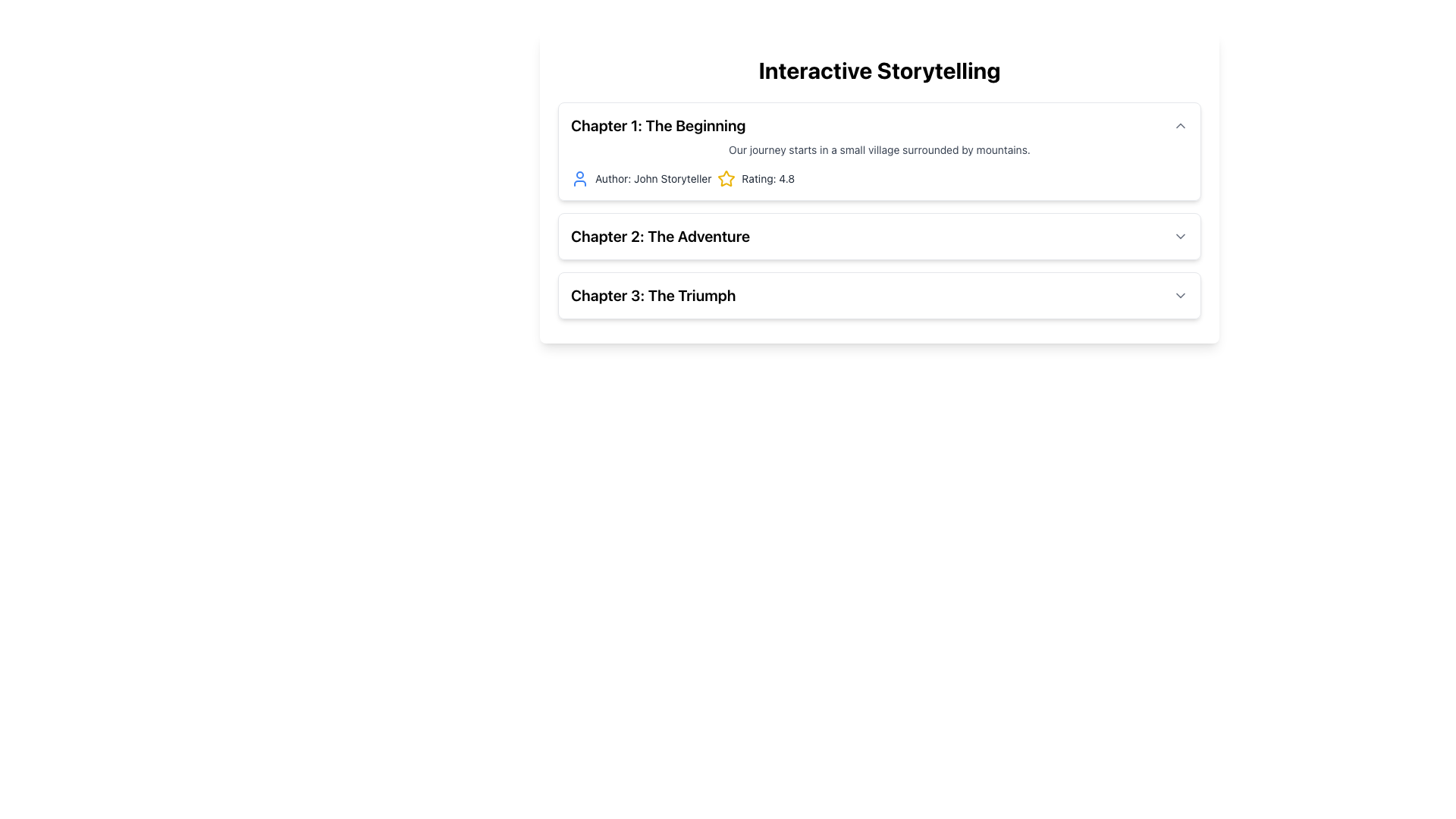  What do you see at coordinates (1179, 295) in the screenshot?
I see `the downward-pointing chevron icon at the far right of the header labeled 'Chapter 3: The Triumph'` at bounding box center [1179, 295].